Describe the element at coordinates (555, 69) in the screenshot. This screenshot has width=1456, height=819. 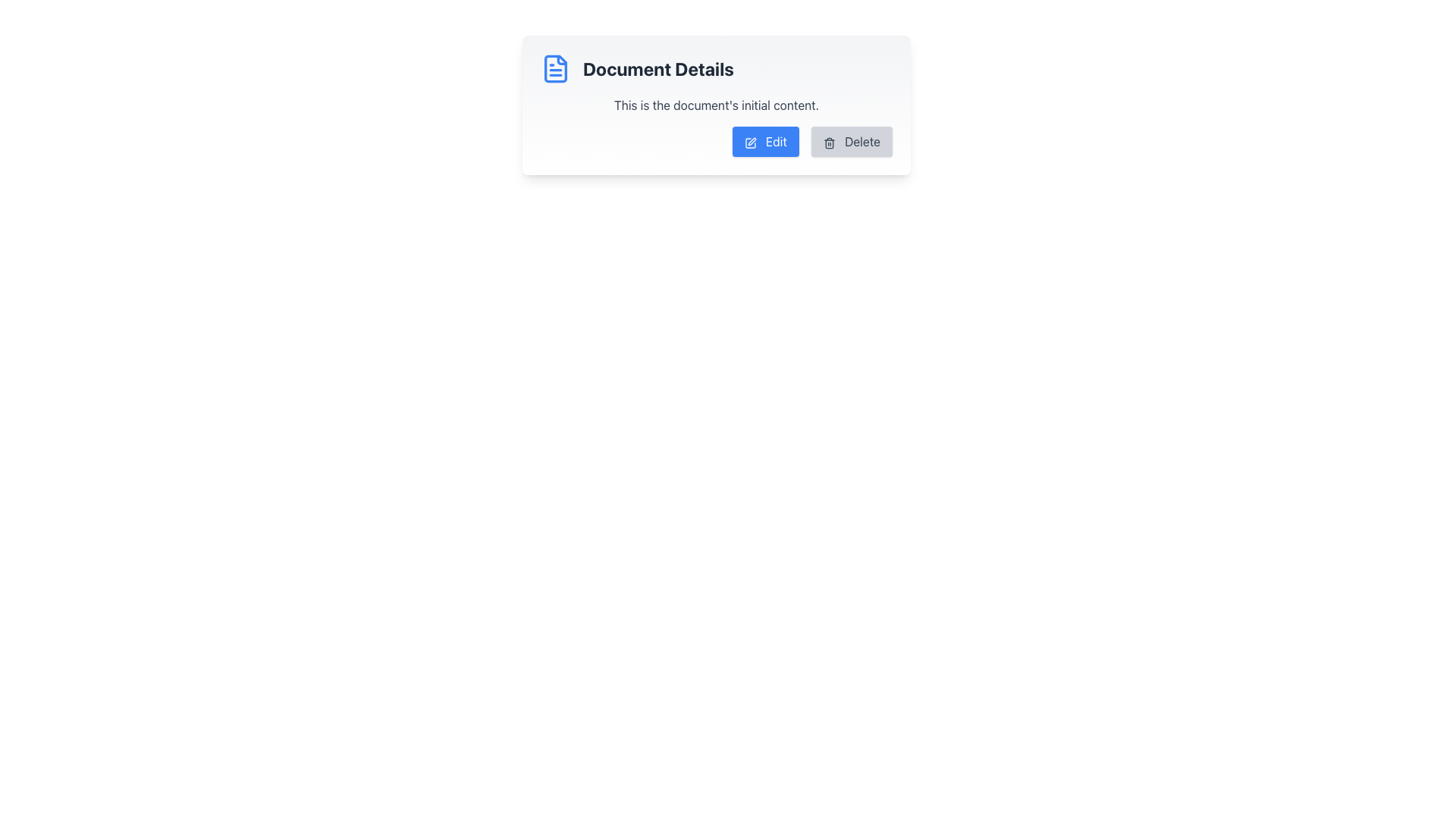
I see `the document icon, which is a blue rectangular shape with text-like lines and a folded top-right corner, located to the left of the 'Document Details' title` at that location.